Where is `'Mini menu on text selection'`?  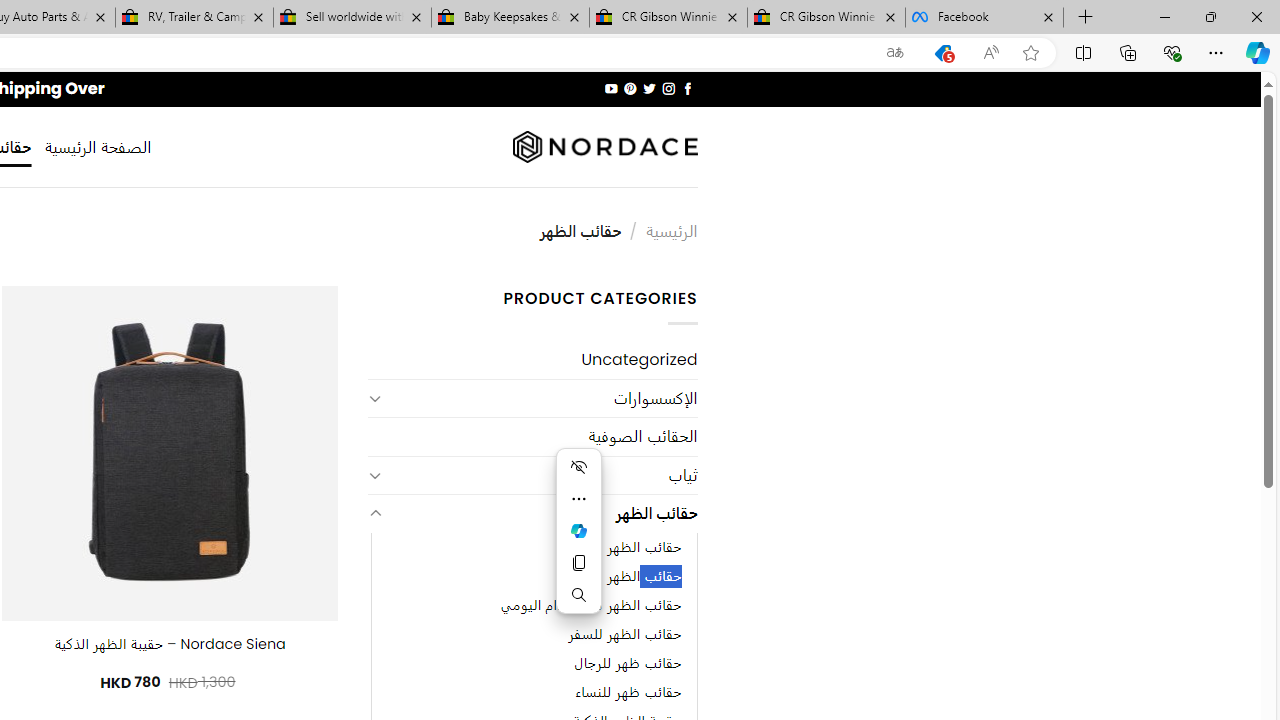 'Mini menu on text selection' is located at coordinates (578, 530).